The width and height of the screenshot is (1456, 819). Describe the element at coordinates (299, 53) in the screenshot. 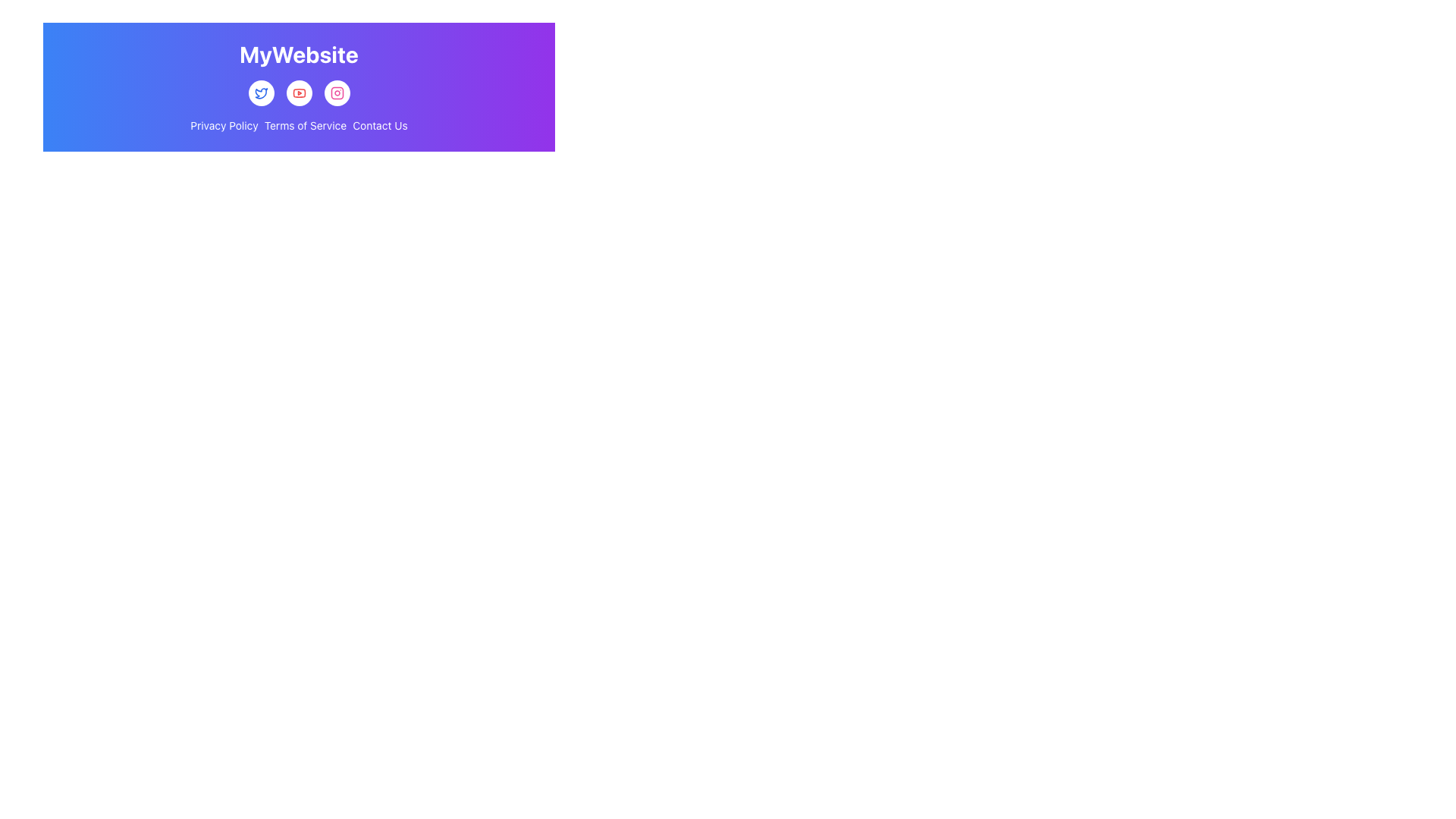

I see `the centrally positioned clickable logo or brand name located above the row of social media icons` at that location.